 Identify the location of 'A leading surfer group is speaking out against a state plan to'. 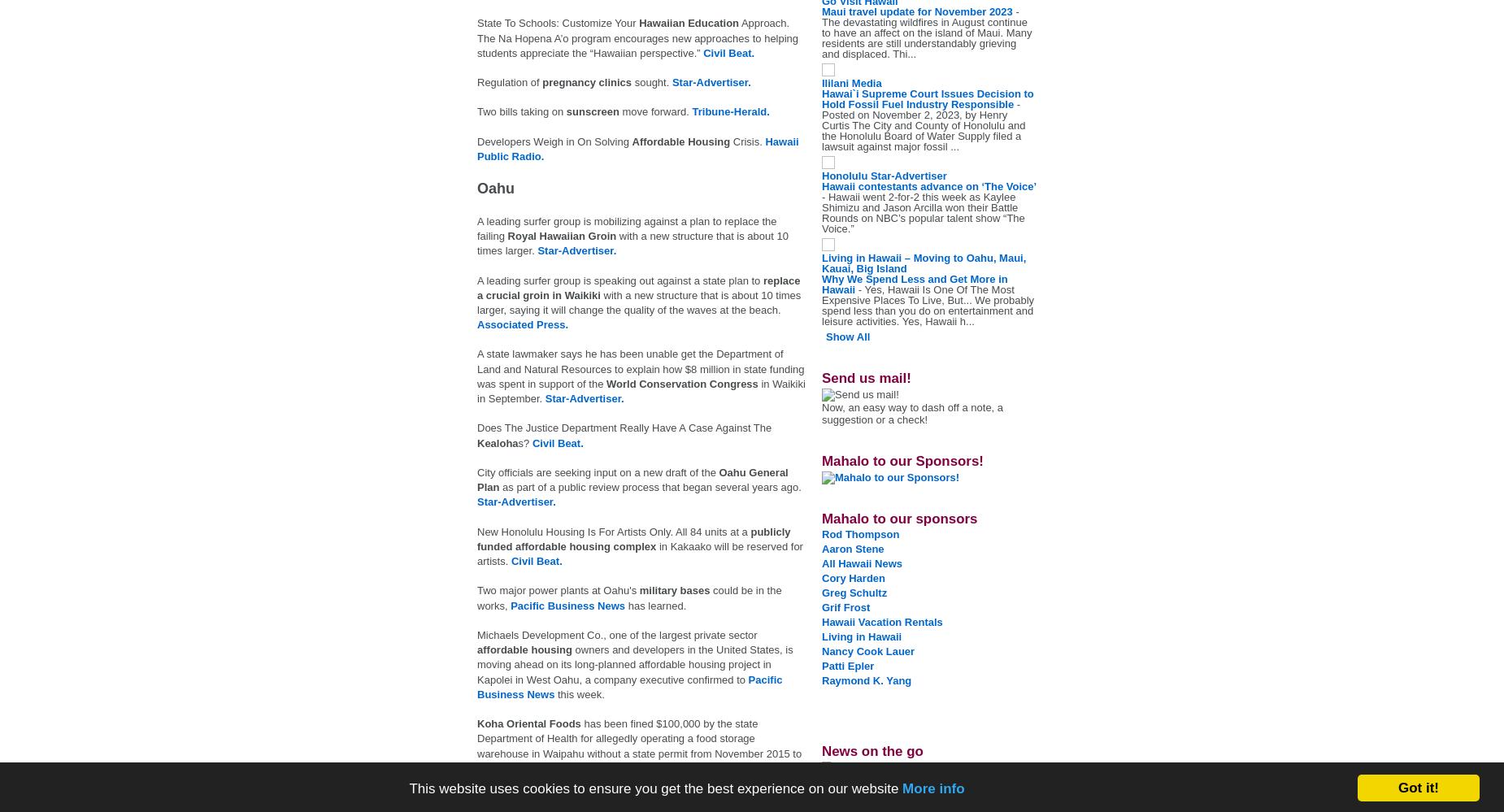
(619, 280).